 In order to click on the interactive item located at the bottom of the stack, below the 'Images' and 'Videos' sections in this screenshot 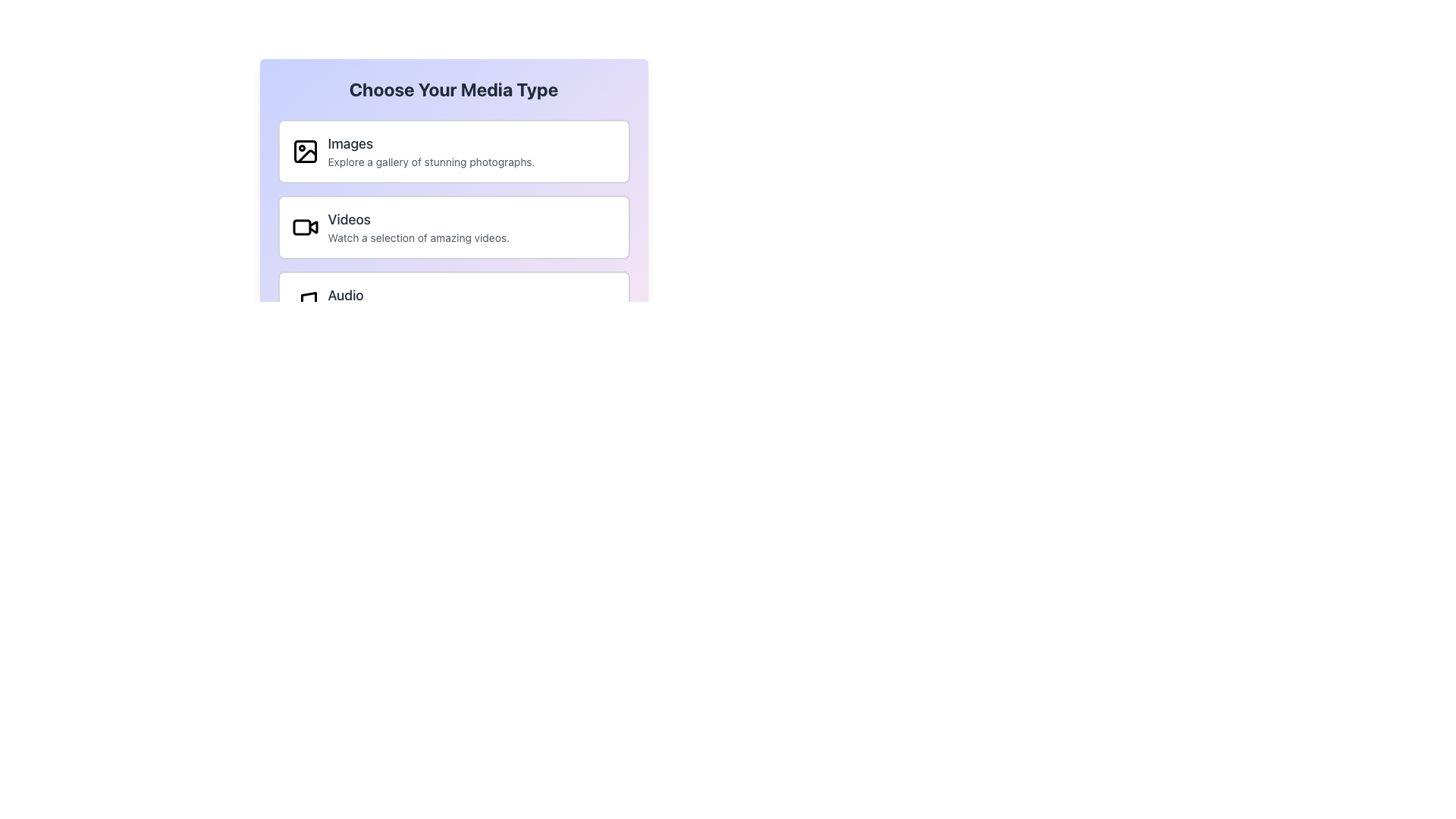, I will do `click(453, 303)`.